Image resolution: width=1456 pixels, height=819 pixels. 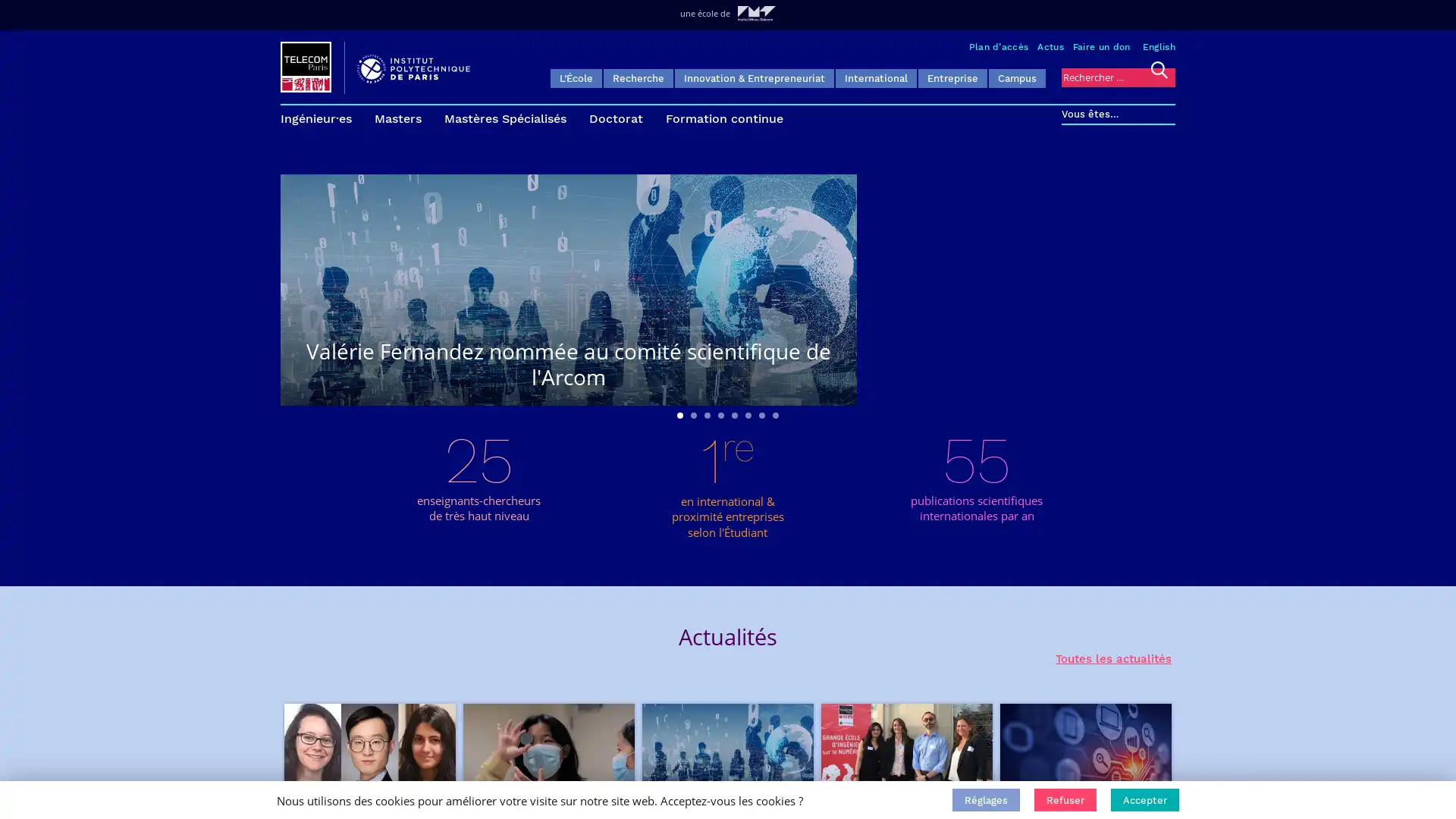 What do you see at coordinates (986, 799) in the screenshot?
I see `Reglages` at bounding box center [986, 799].